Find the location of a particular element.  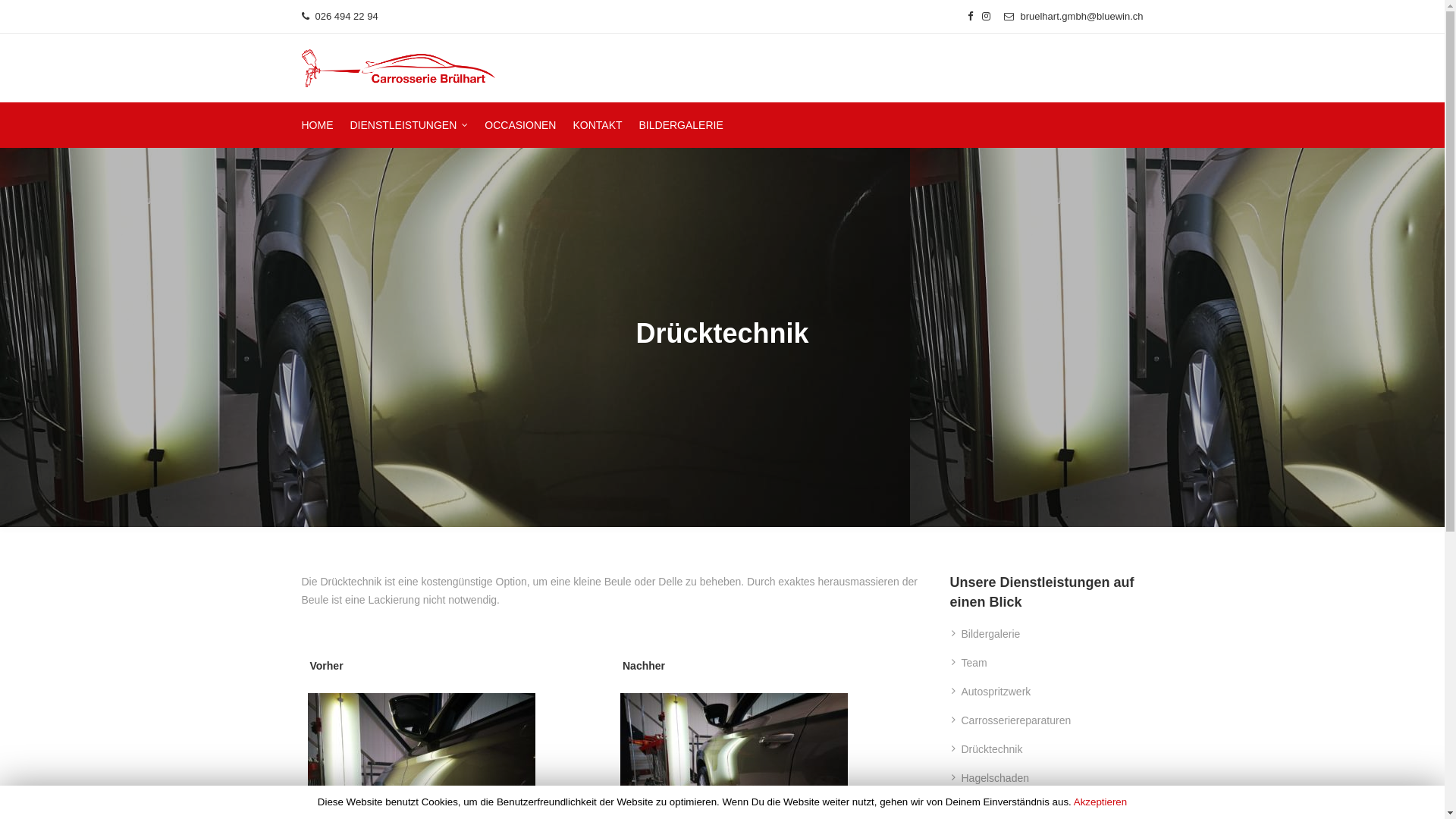

'BILDERGALERIE' is located at coordinates (680, 124).